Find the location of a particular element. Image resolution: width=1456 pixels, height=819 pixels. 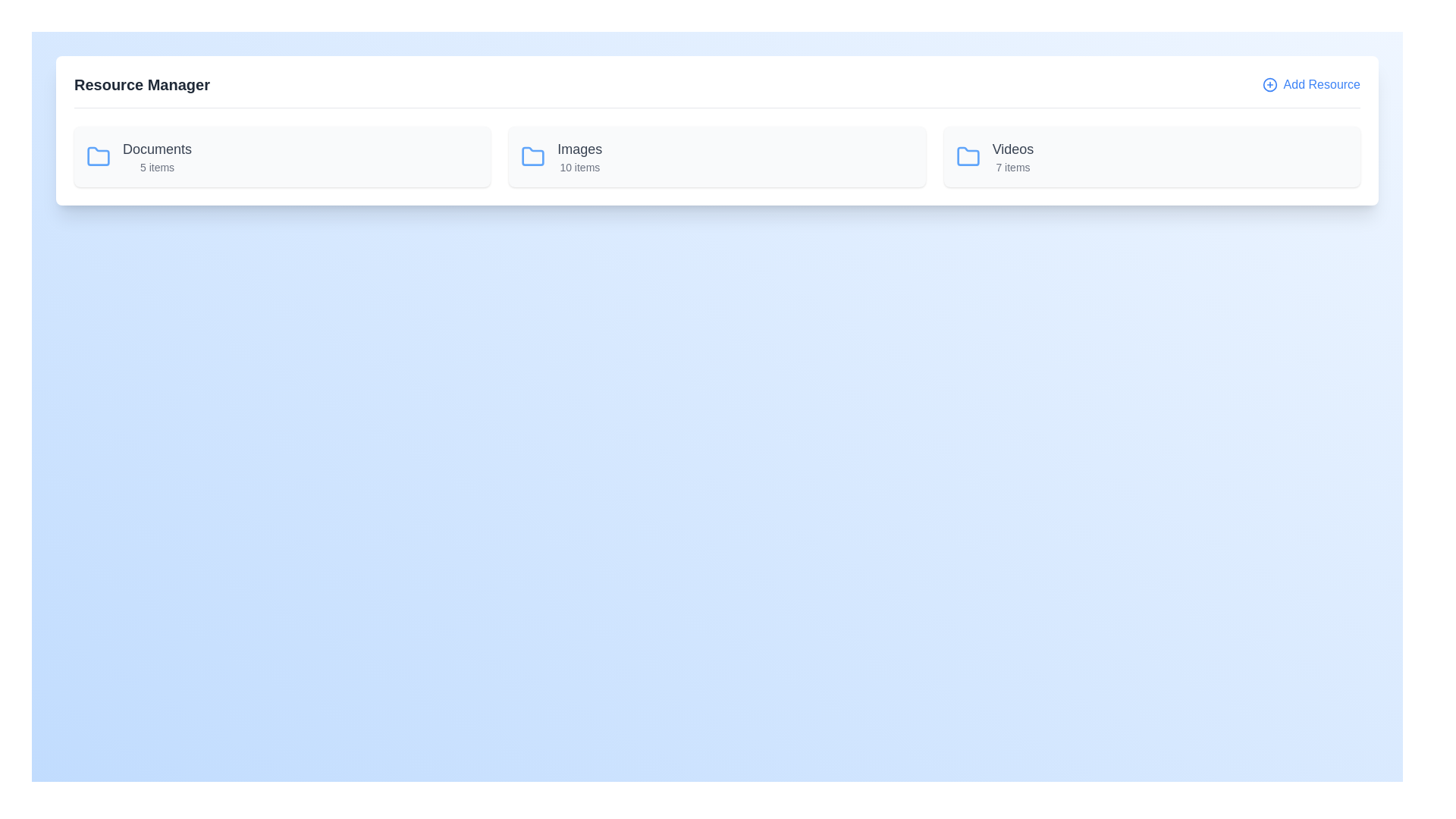

the Text label that serves as a heading for the Resource Manager, located at the top-left section of the interface is located at coordinates (142, 84).